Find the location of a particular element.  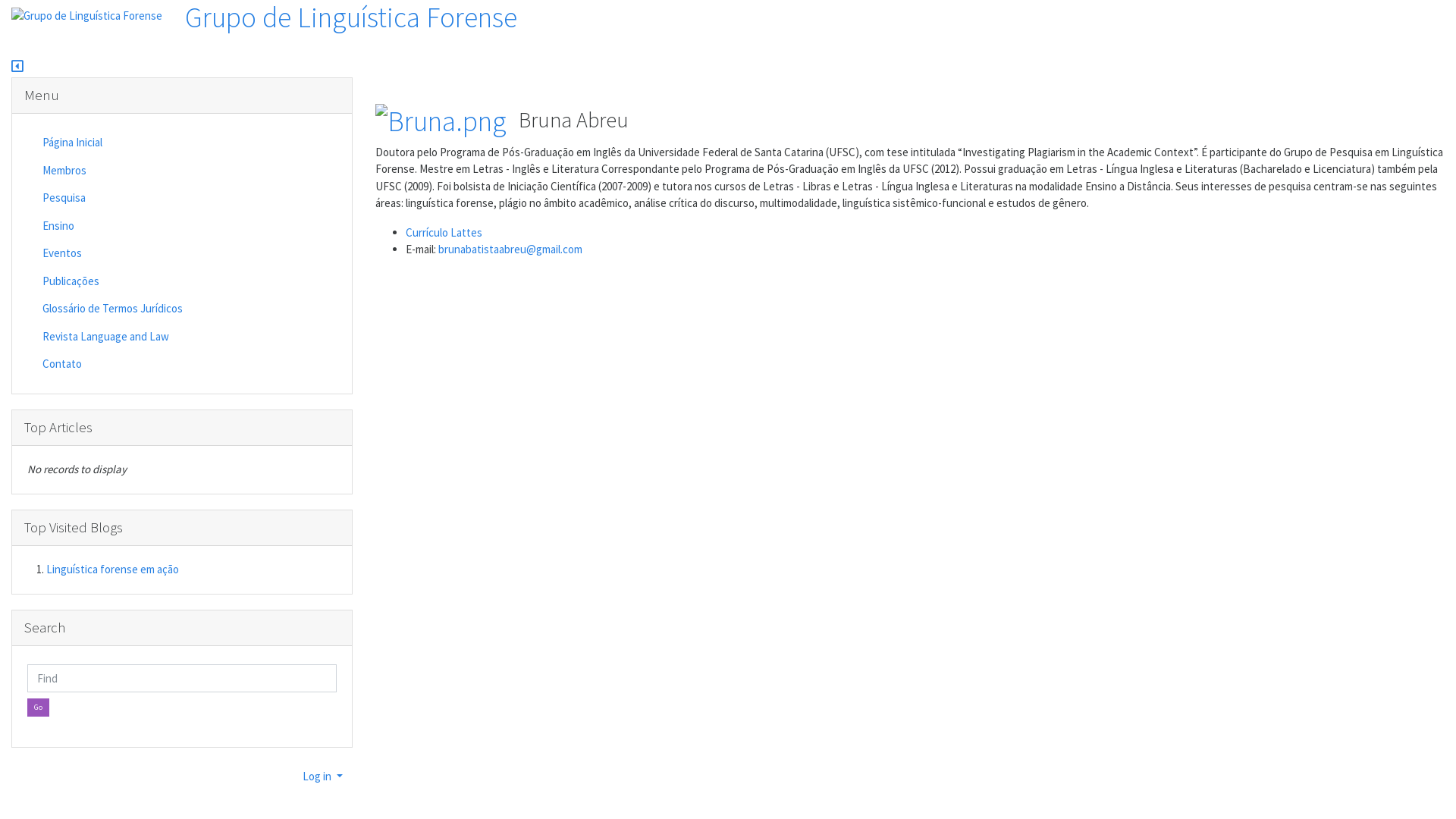

'Ensino' is located at coordinates (111, 226).